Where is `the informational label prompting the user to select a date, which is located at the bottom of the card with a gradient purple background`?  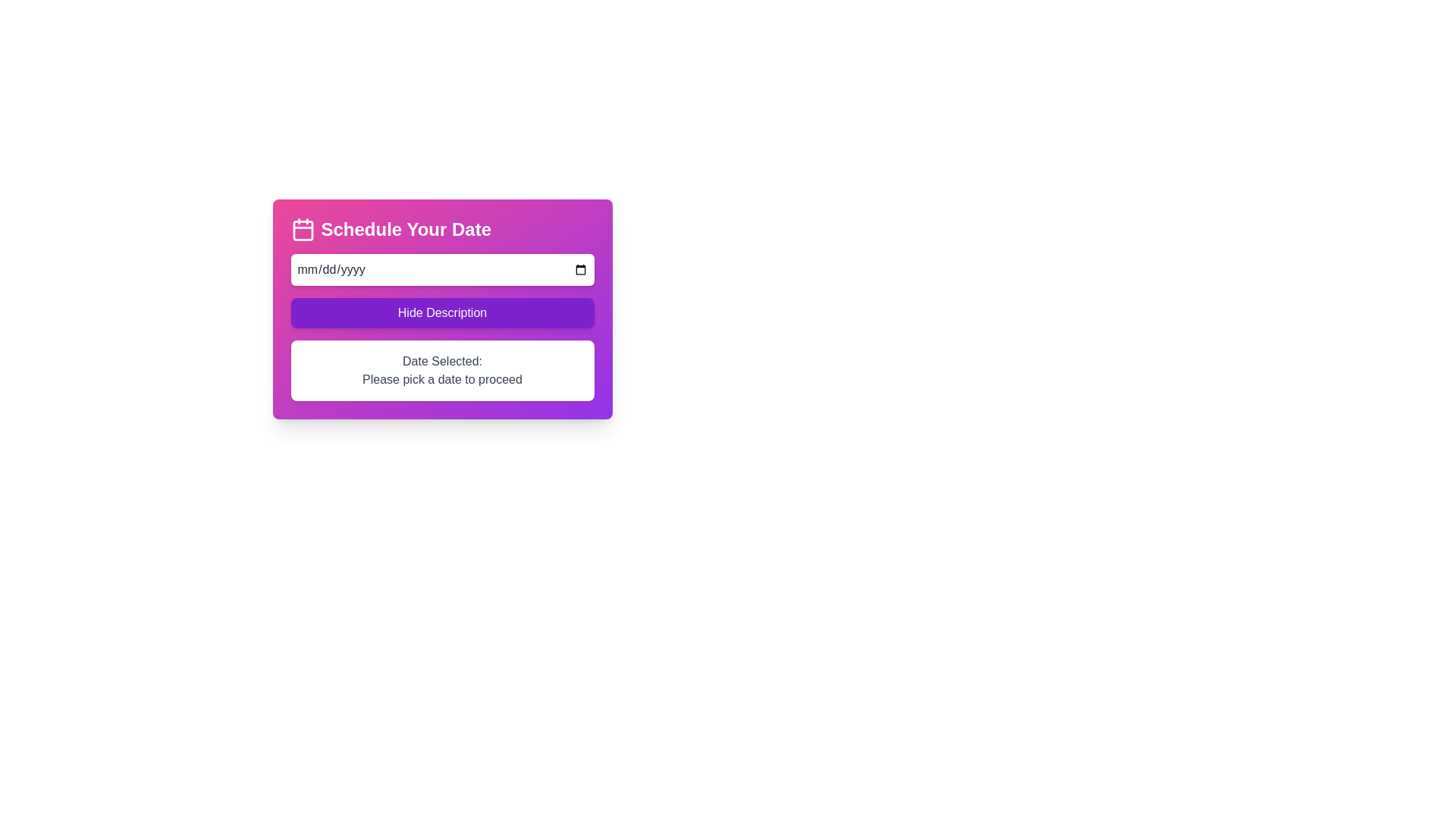
the informational label prompting the user to select a date, which is located at the bottom of the card with a gradient purple background is located at coordinates (441, 371).